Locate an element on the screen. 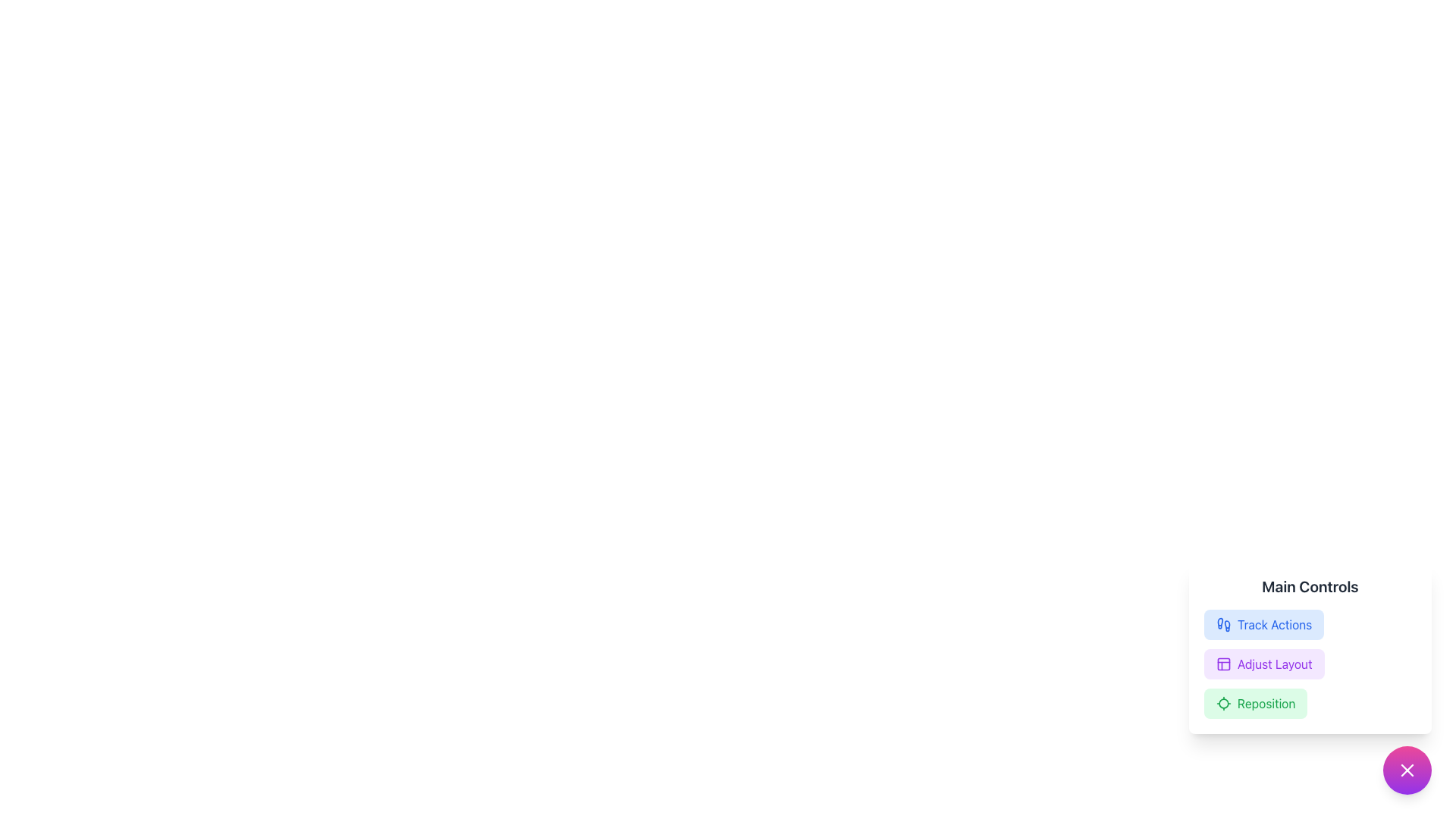 The image size is (1456, 819). the 'Reposition' button, which has a green background, rounded corners, and an icon of a scope or crosshair on the left, located in the bottom right area of the interface under the 'Main Controls' section is located at coordinates (1256, 704).